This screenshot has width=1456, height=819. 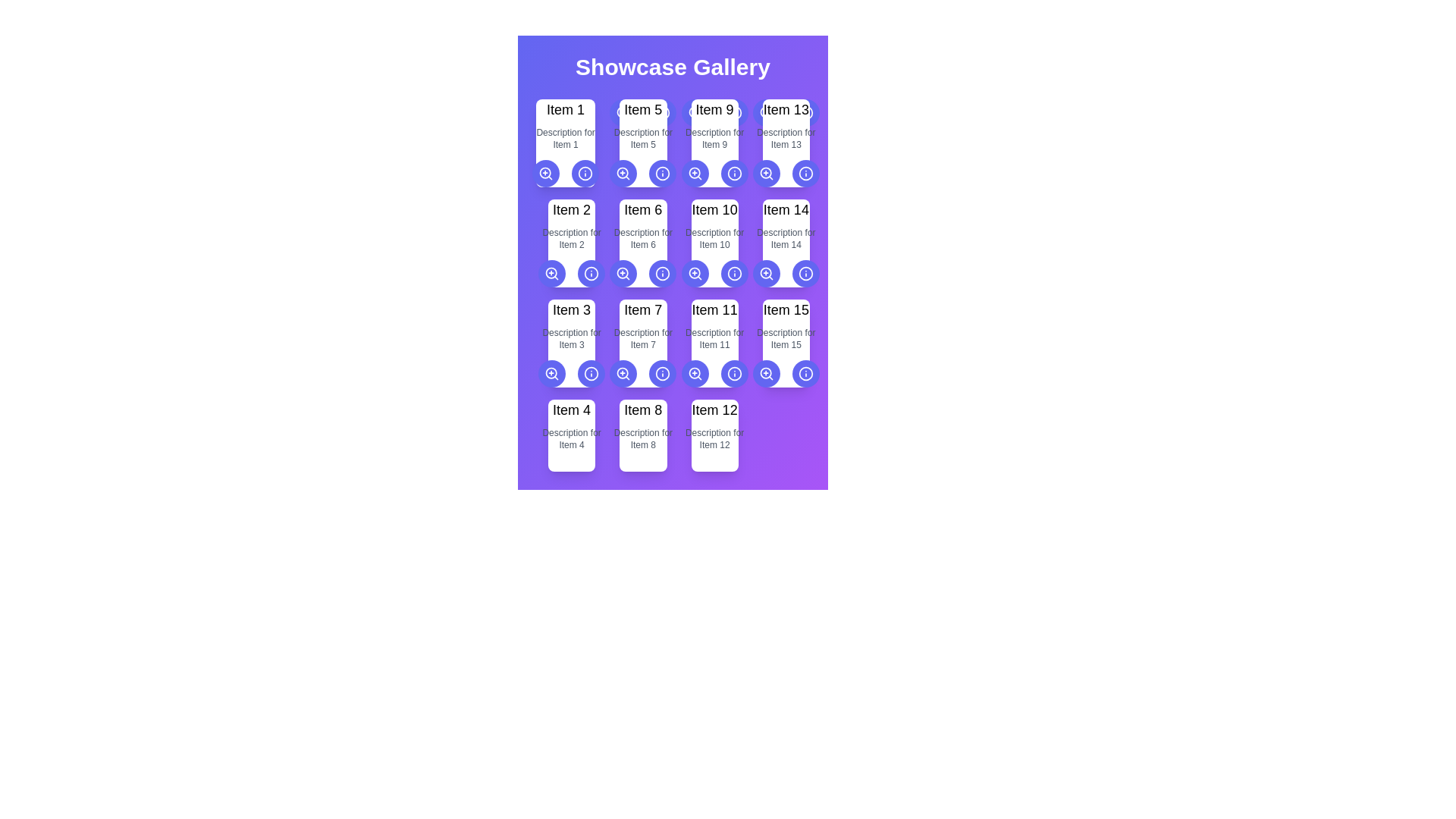 What do you see at coordinates (623, 373) in the screenshot?
I see `the circular graphic icon that is part of a compound vector icon, located beneath the card labeled 'Item 7' in the lower third of the interface` at bounding box center [623, 373].